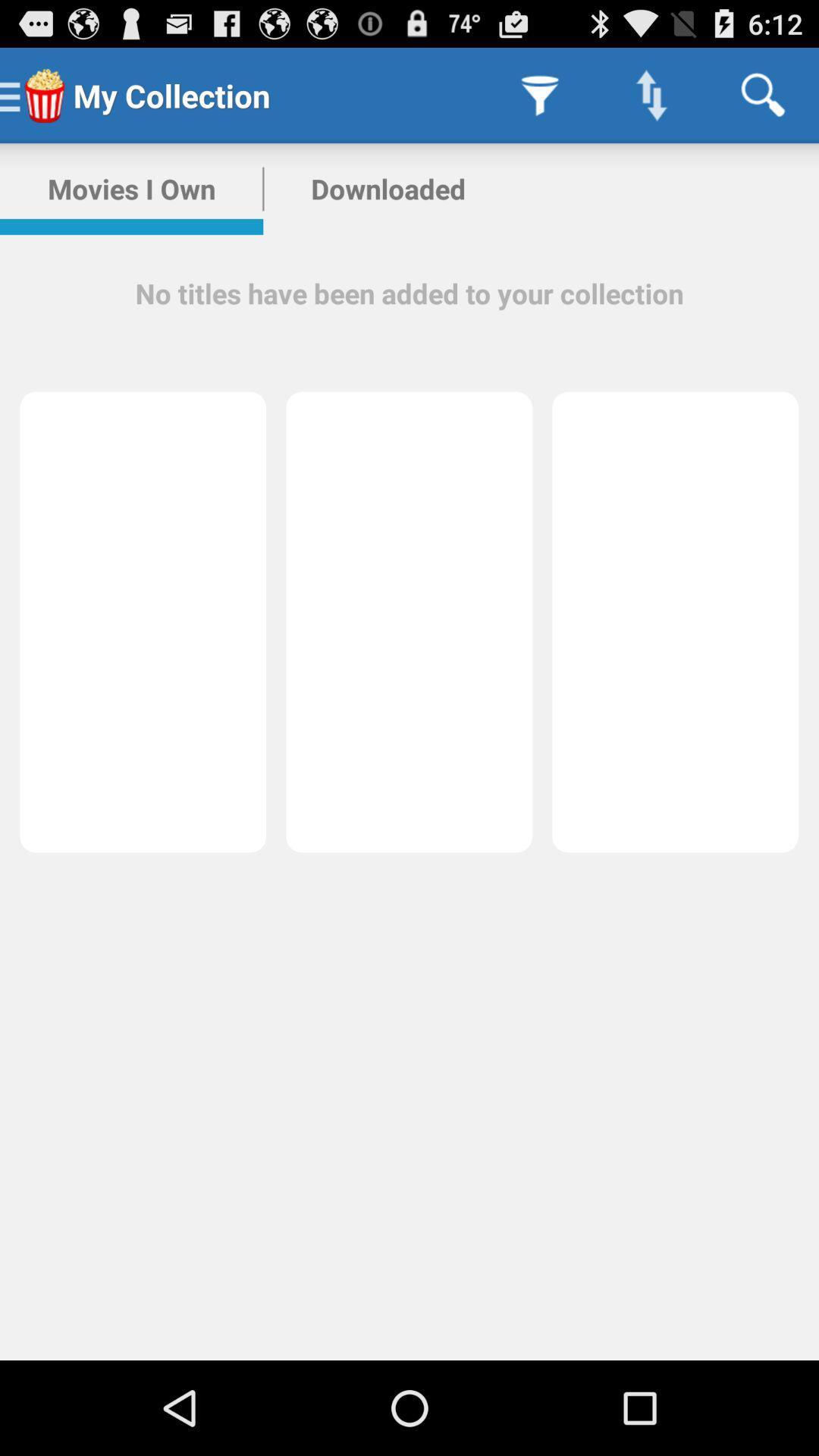 This screenshot has width=819, height=1456. Describe the element at coordinates (130, 188) in the screenshot. I see `movies i own app` at that location.